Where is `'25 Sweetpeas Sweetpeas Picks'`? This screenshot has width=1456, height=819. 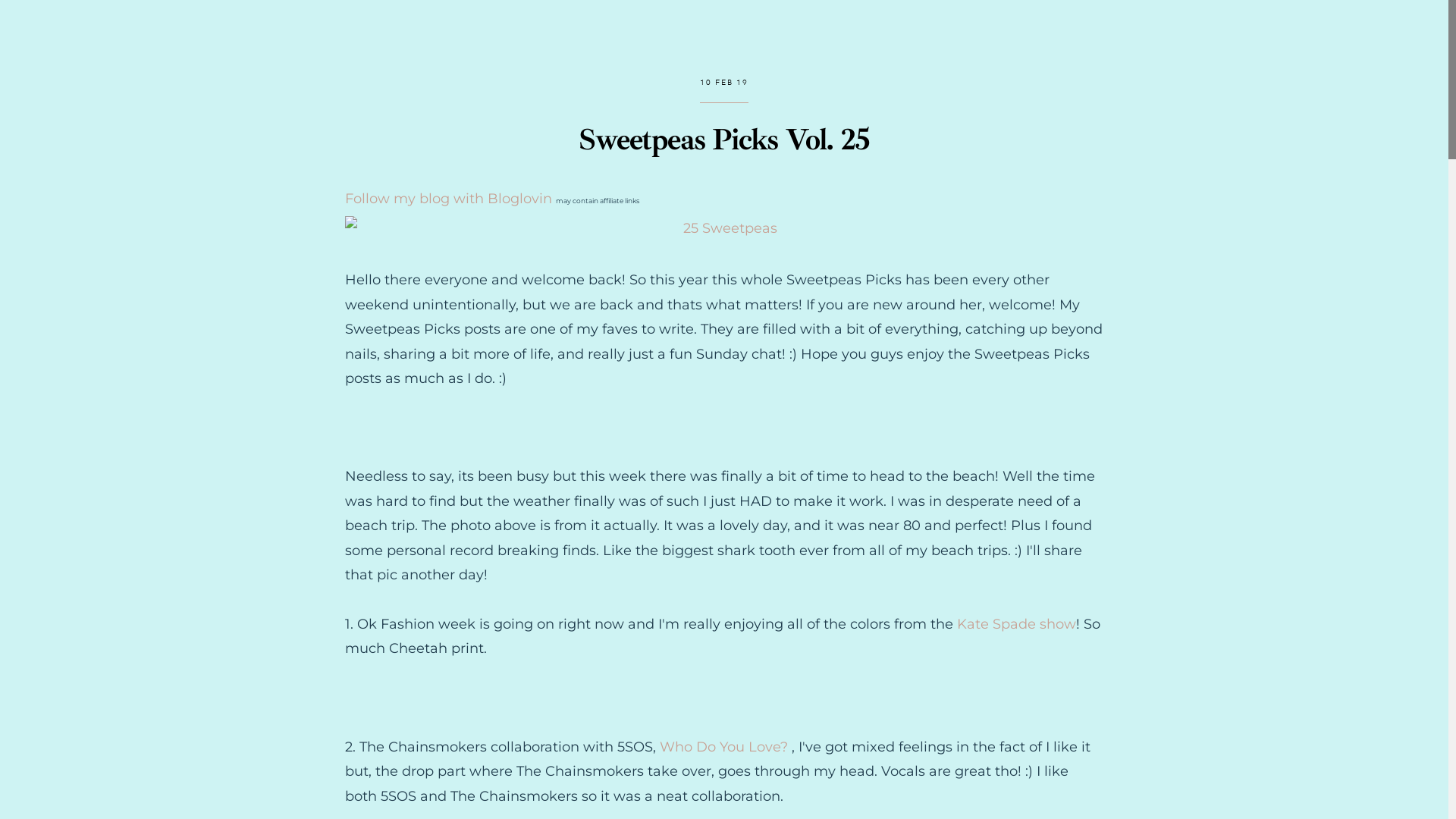 '25 Sweetpeas Sweetpeas Picks' is located at coordinates (723, 227).